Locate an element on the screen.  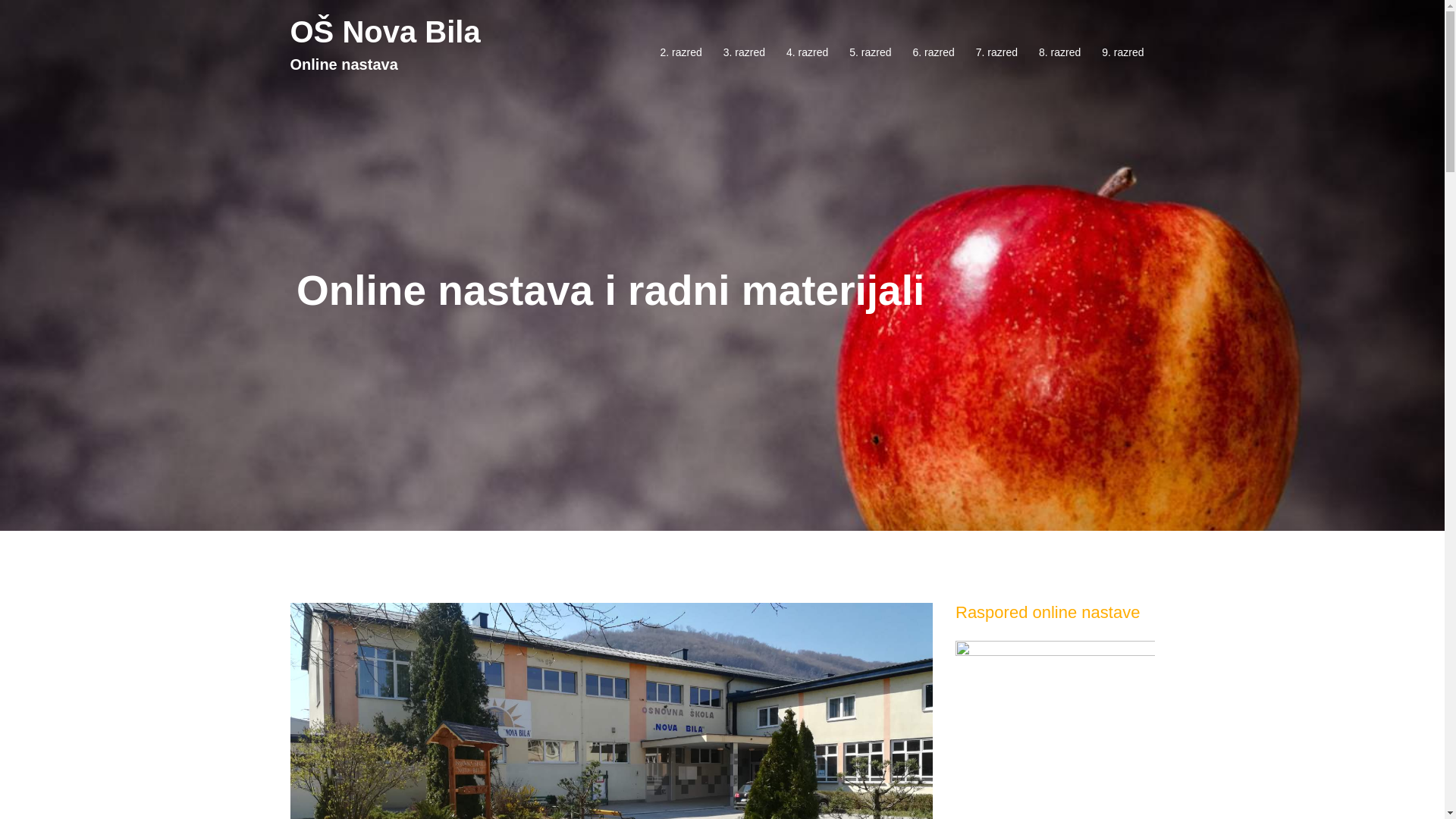
'5. razred' is located at coordinates (870, 52).